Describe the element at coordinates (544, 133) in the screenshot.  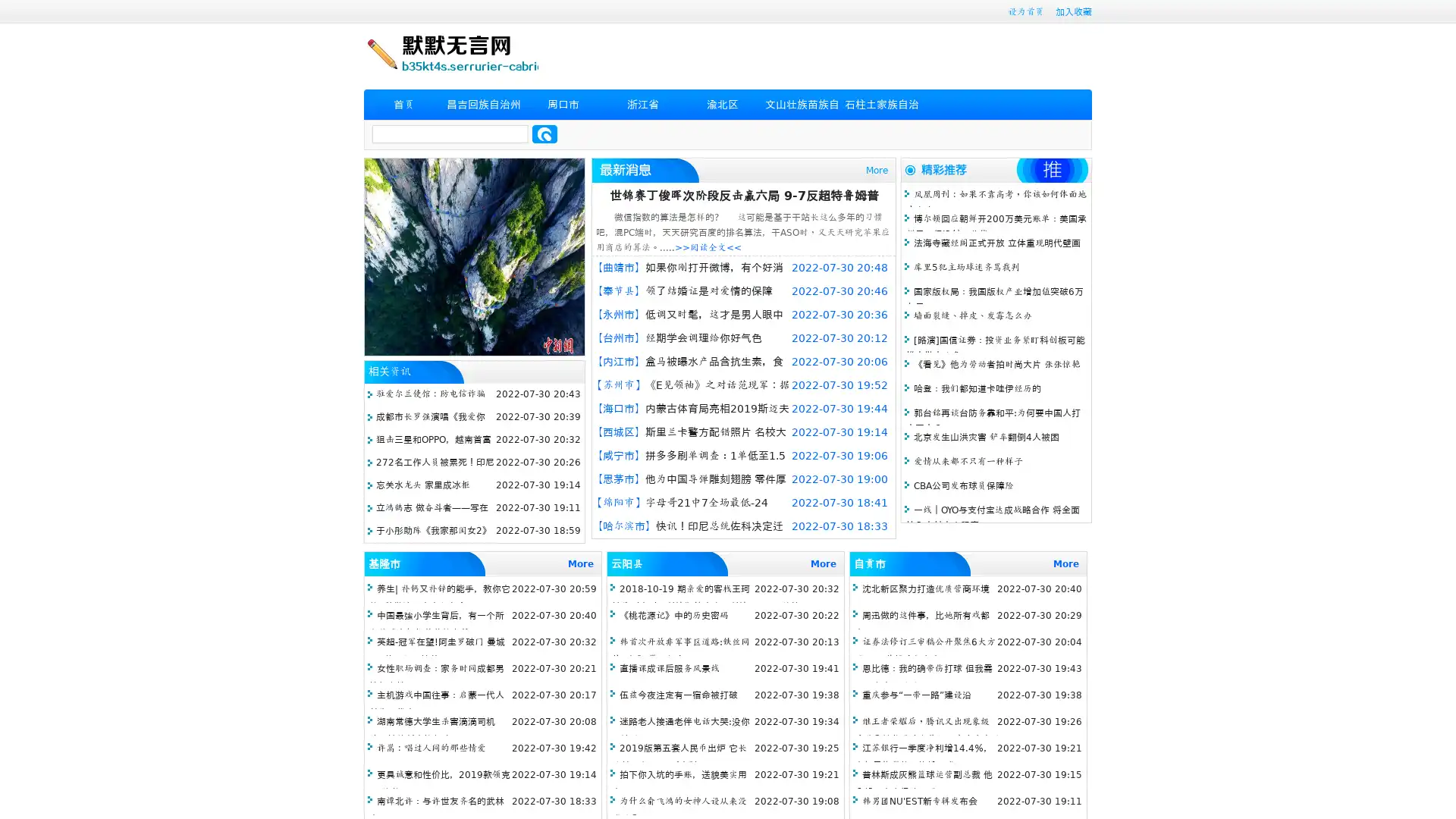
I see `Search` at that location.